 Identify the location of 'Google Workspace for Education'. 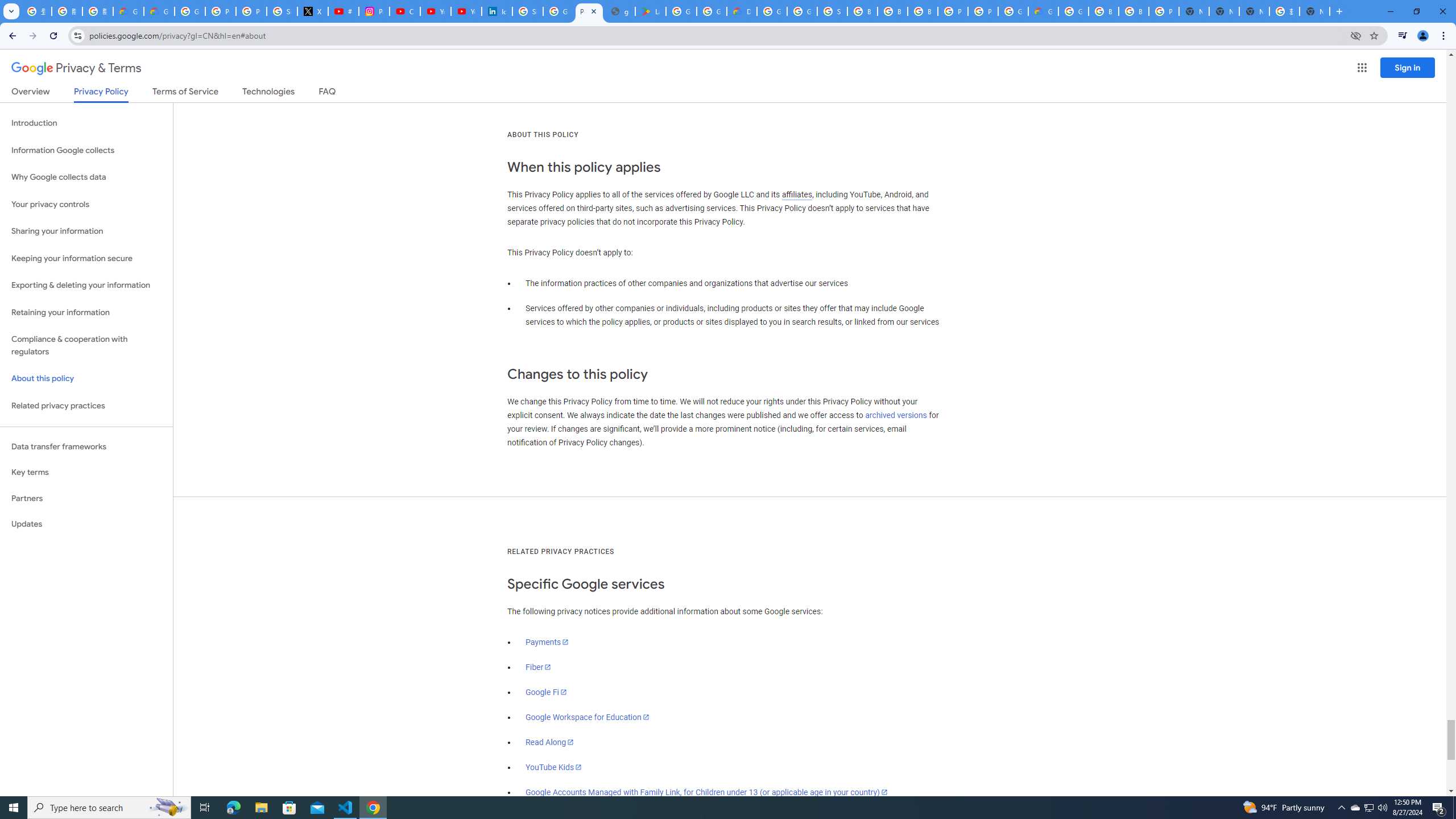
(586, 717).